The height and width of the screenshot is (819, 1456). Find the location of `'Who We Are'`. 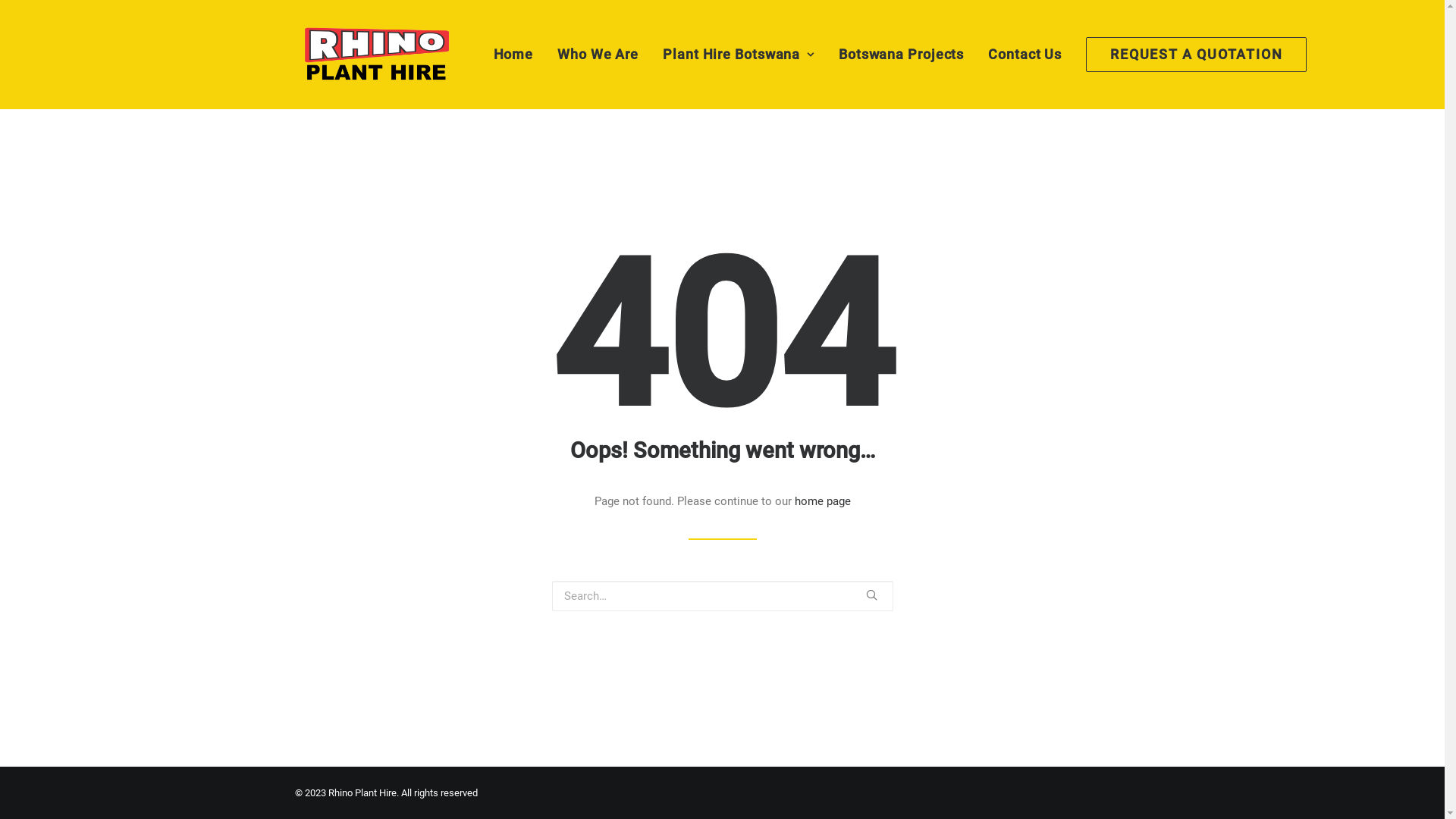

'Who We Are' is located at coordinates (597, 54).